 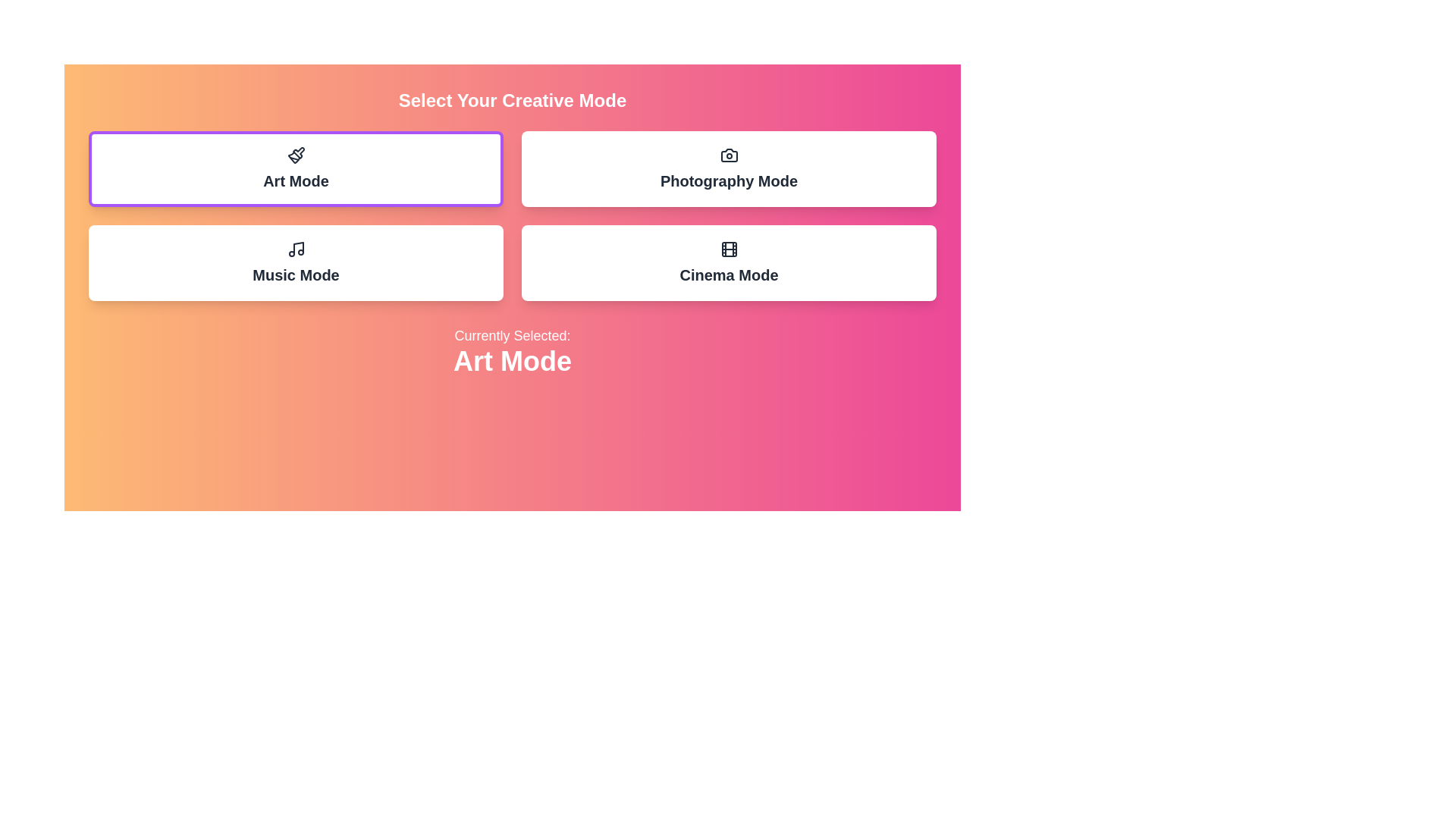 I want to click on the button corresponding to Music Mode to select it, so click(x=296, y=262).